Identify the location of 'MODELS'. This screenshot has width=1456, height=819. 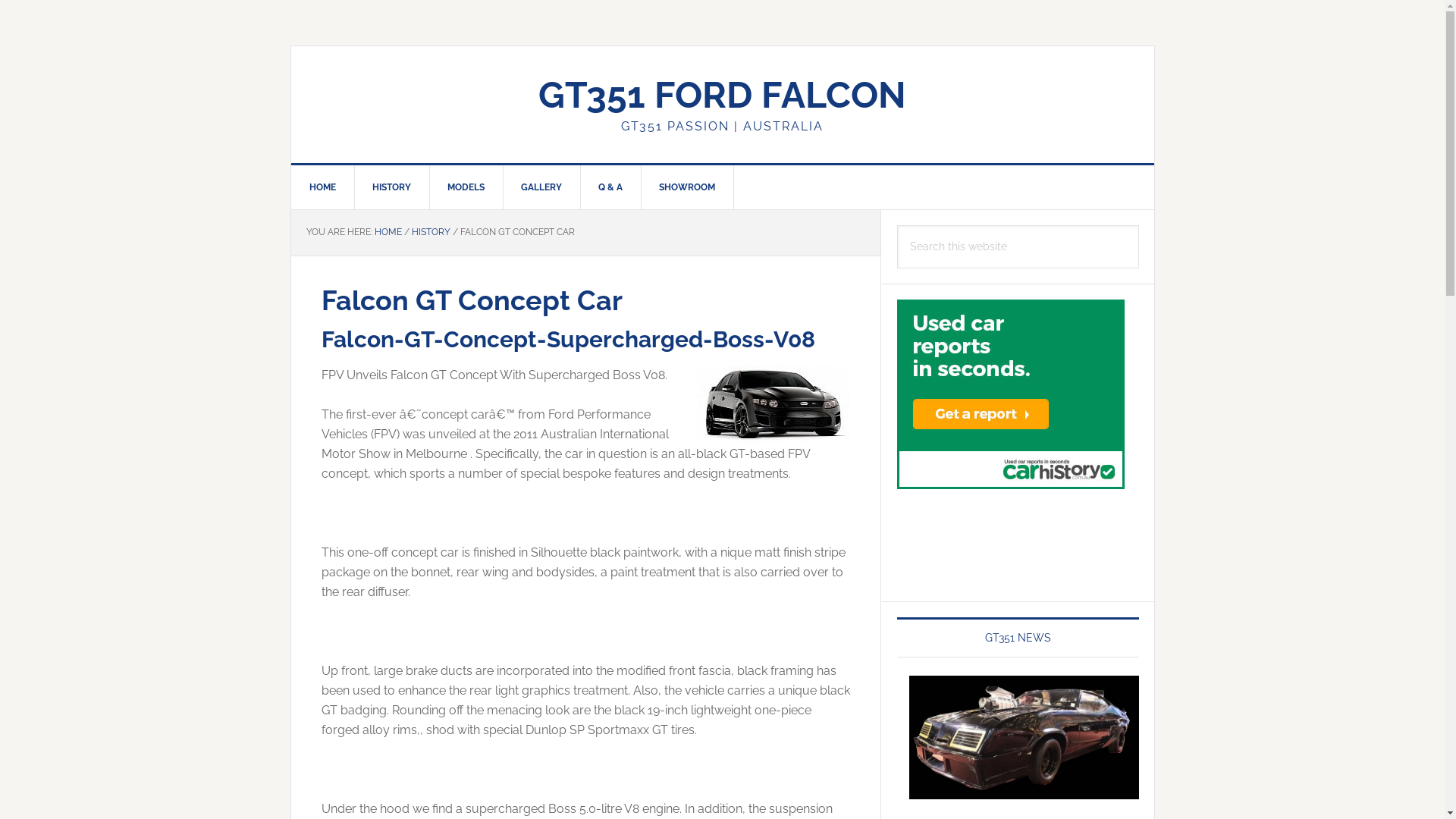
(465, 186).